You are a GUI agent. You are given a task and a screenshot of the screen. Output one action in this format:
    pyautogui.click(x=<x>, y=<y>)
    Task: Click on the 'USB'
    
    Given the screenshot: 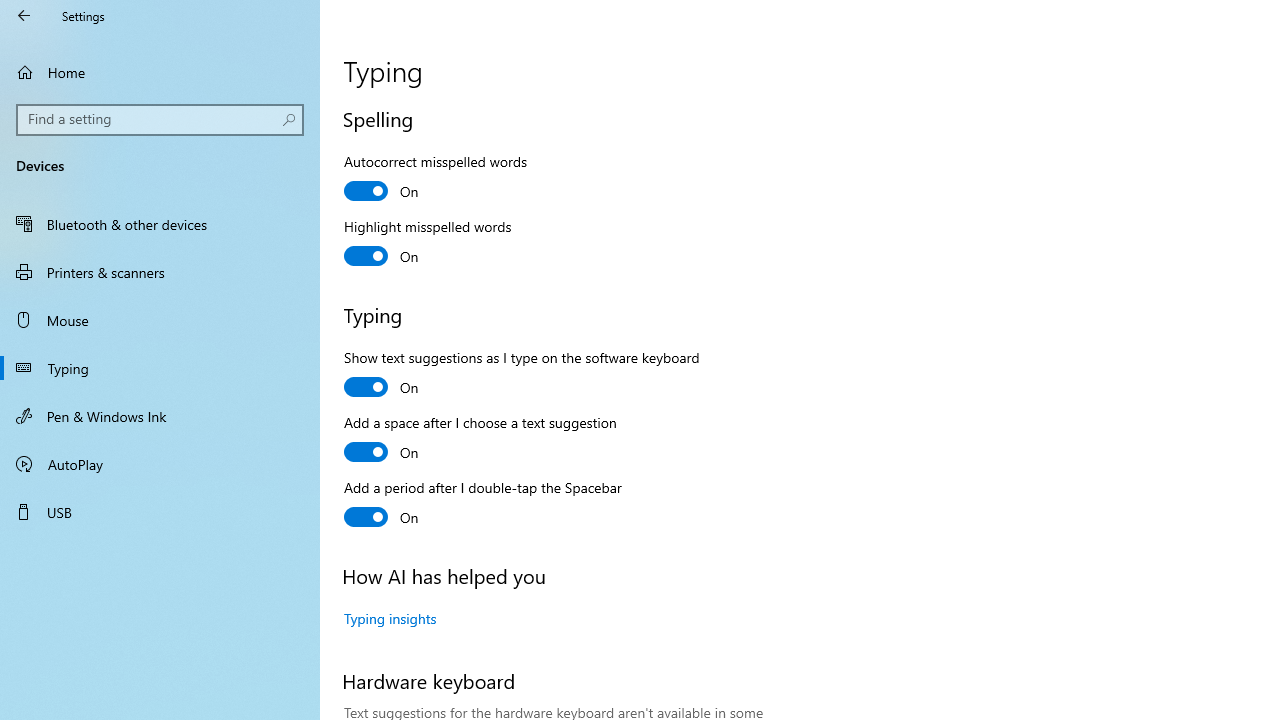 What is the action you would take?
    pyautogui.click(x=160, y=510)
    